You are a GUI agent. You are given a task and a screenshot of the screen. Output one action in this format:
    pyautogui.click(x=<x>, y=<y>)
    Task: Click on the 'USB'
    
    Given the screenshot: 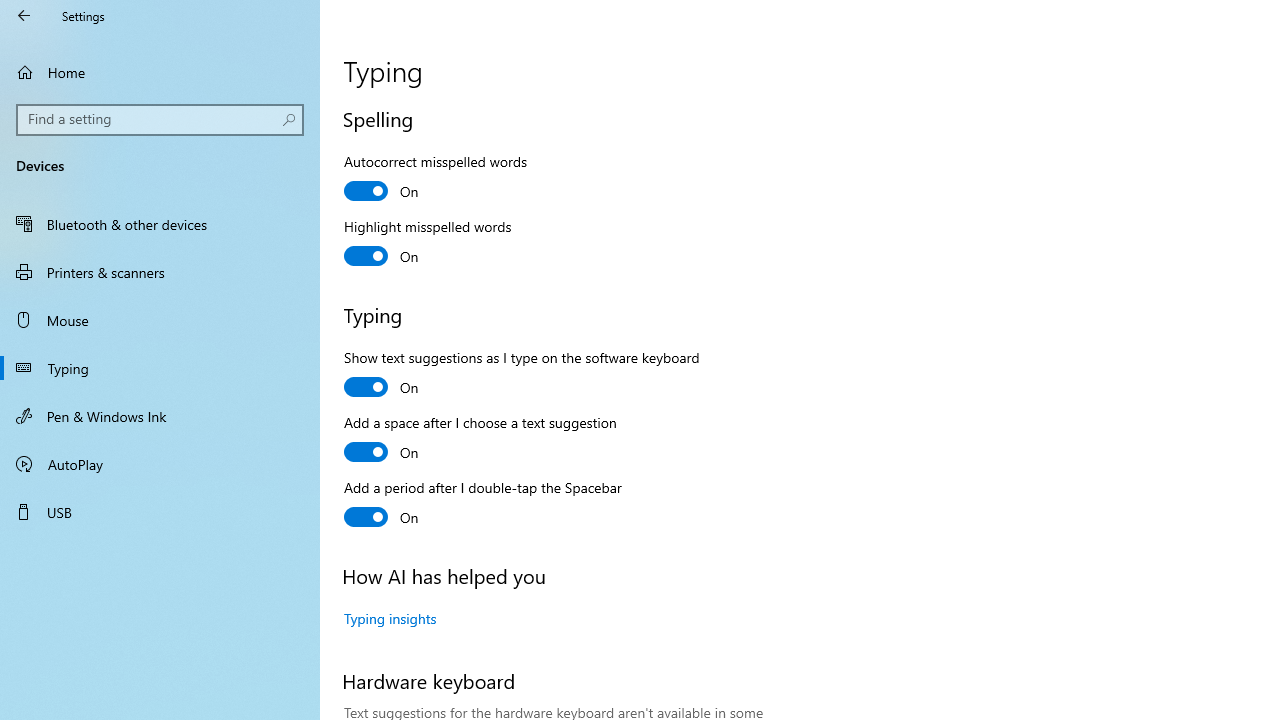 What is the action you would take?
    pyautogui.click(x=160, y=510)
    